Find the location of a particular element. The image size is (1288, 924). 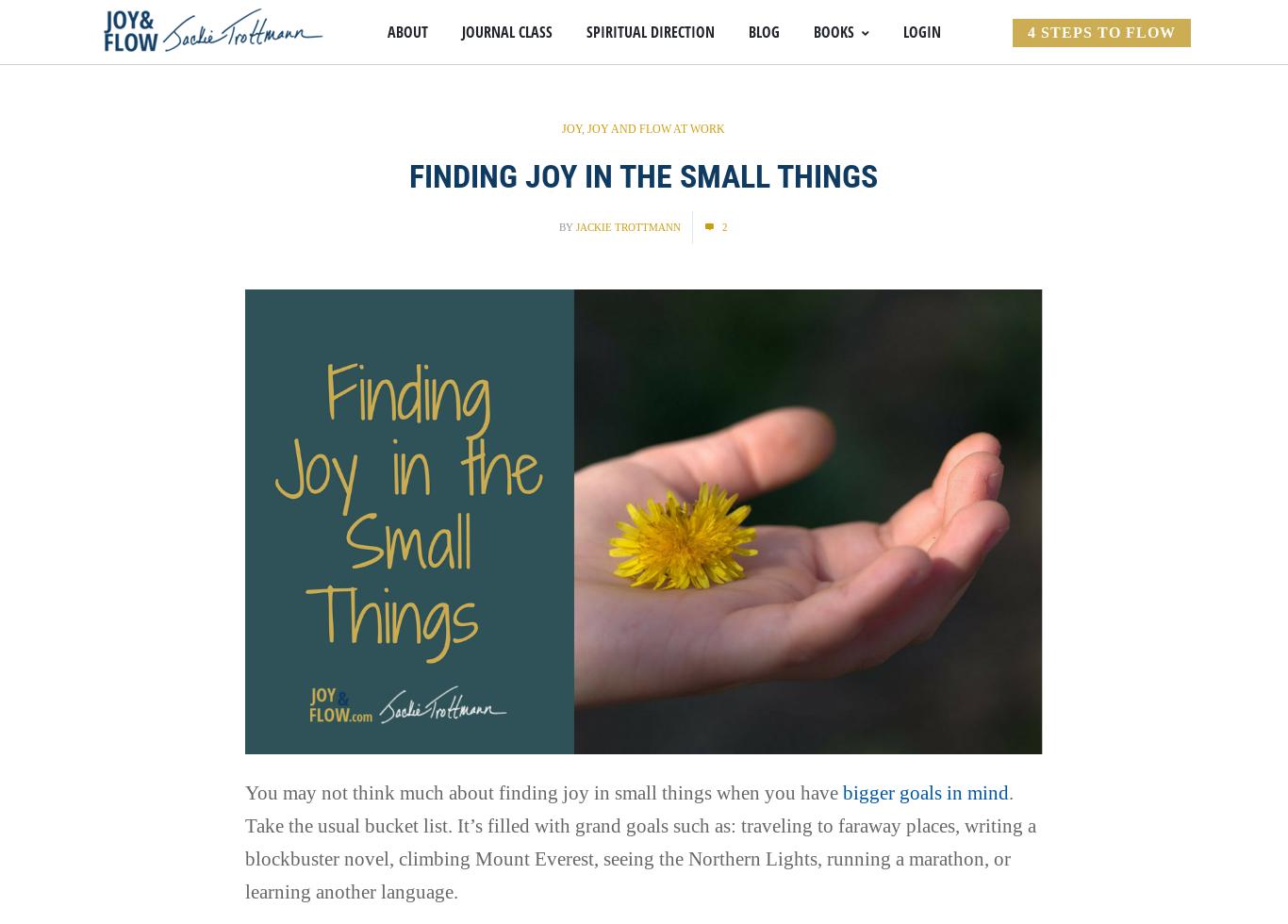

'Books' is located at coordinates (833, 32).